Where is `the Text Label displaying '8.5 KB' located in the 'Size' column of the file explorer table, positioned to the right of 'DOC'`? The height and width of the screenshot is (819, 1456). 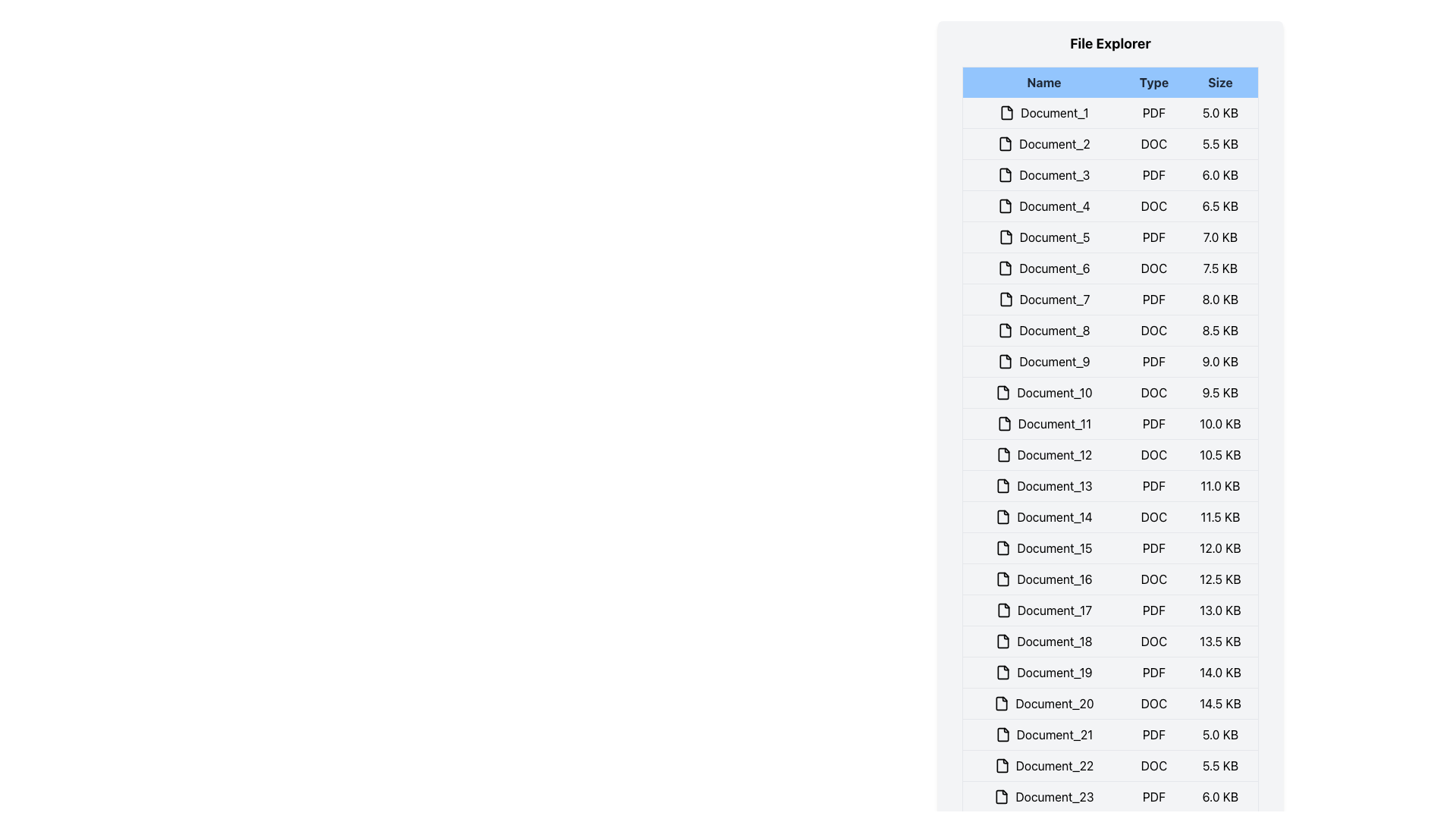
the Text Label displaying '8.5 KB' located in the 'Size' column of the file explorer table, positioned to the right of 'DOC' is located at coordinates (1220, 329).